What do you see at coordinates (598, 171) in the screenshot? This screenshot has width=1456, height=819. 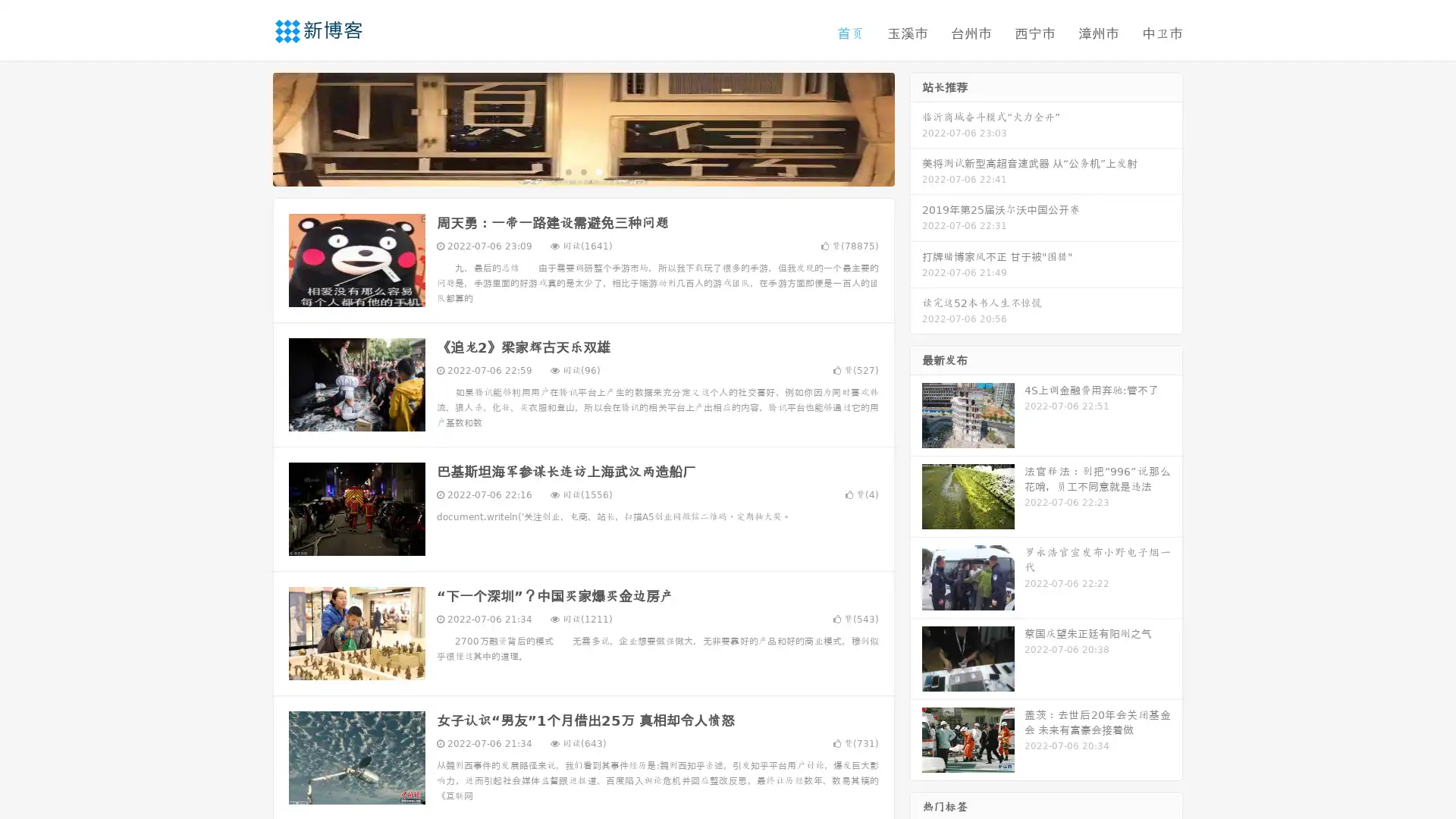 I see `Go to slide 3` at bounding box center [598, 171].